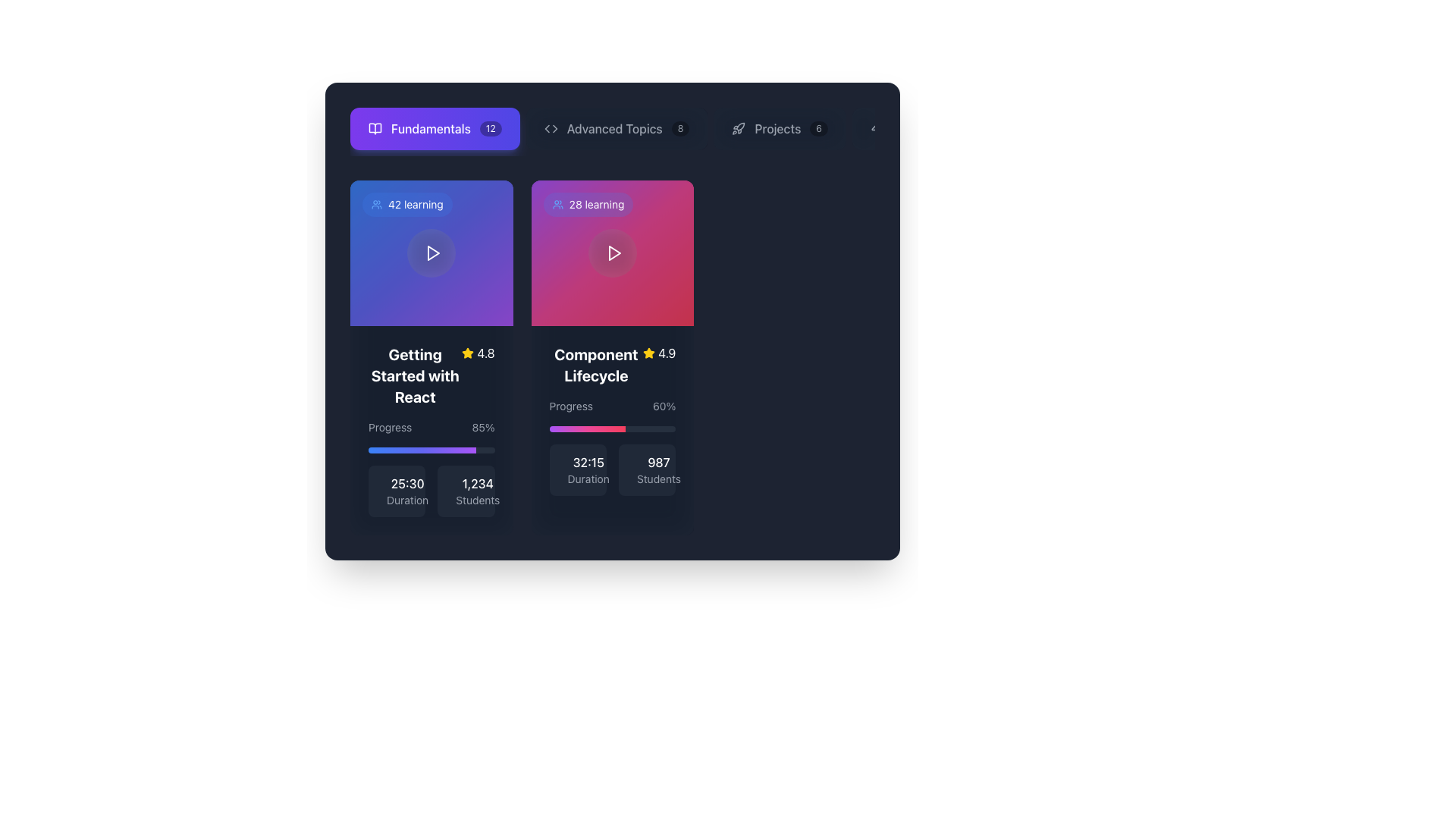  What do you see at coordinates (407, 500) in the screenshot?
I see `the text label displaying 'Duration' located directly below '25:30' in the second column of the card component` at bounding box center [407, 500].